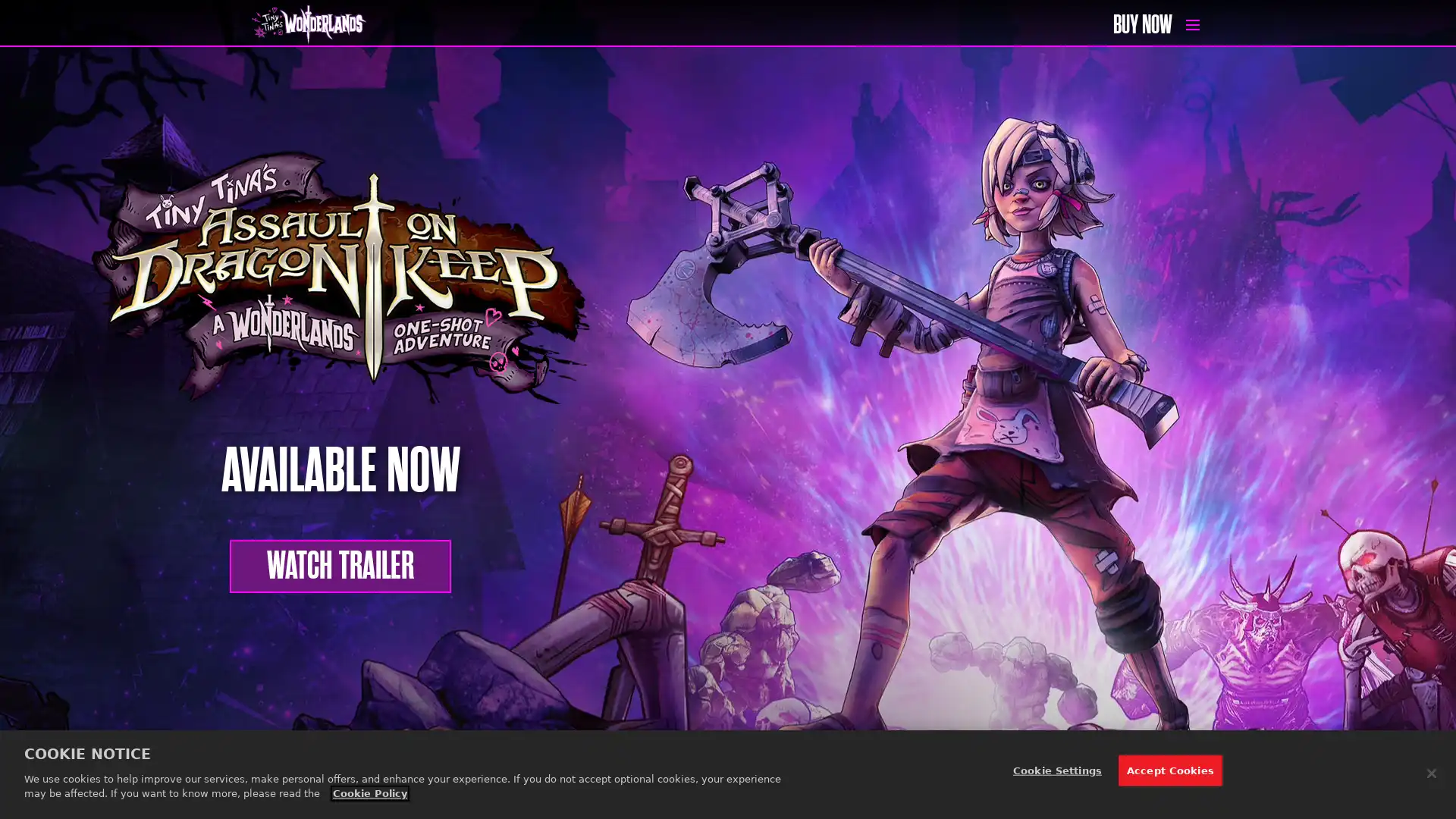 This screenshot has width=1456, height=819. What do you see at coordinates (1430, 772) in the screenshot?
I see `Close` at bounding box center [1430, 772].